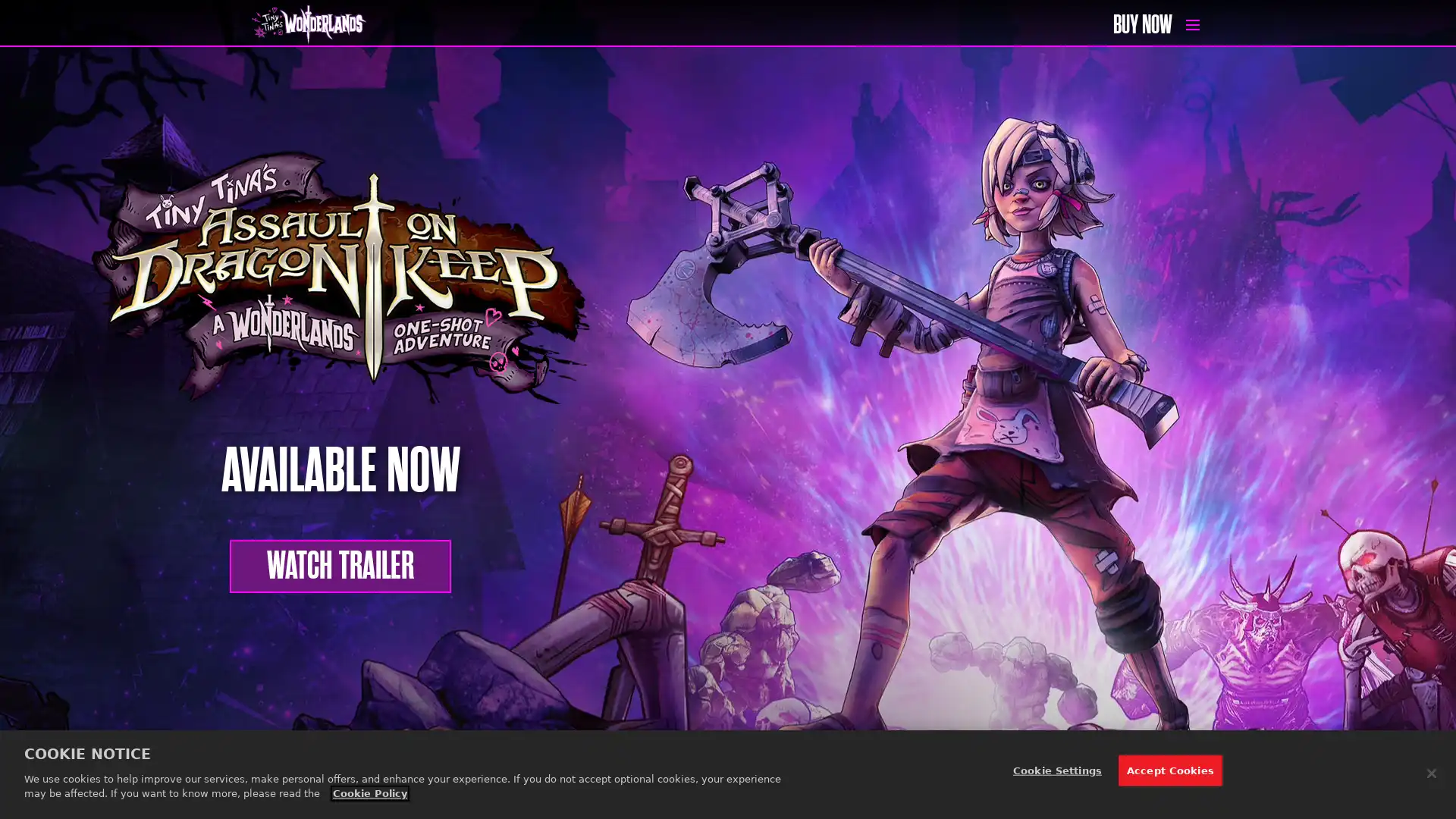 This screenshot has width=1456, height=819. What do you see at coordinates (1430, 772) in the screenshot?
I see `Close` at bounding box center [1430, 772].